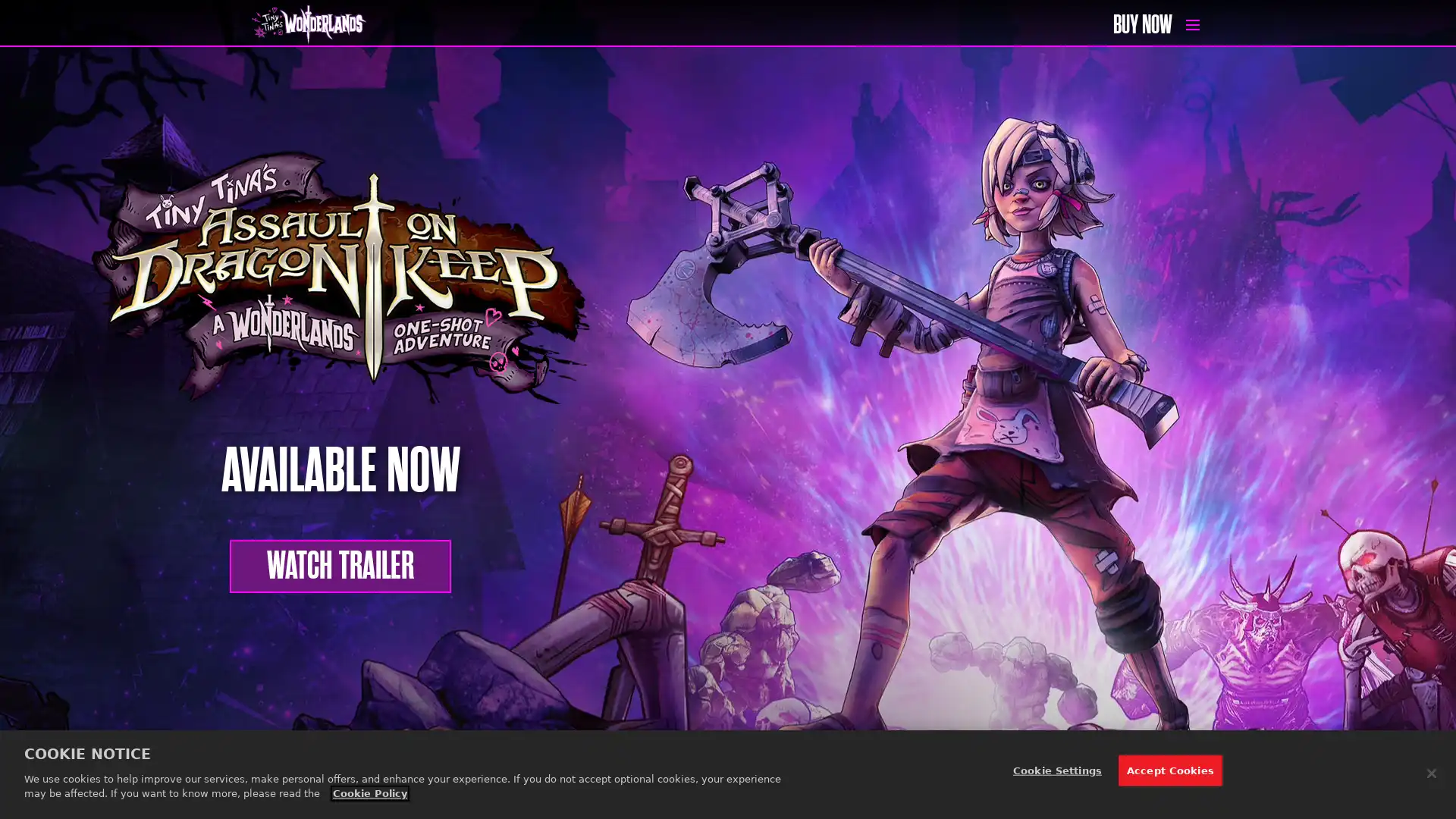 This screenshot has width=1456, height=819. What do you see at coordinates (1430, 772) in the screenshot?
I see `Close` at bounding box center [1430, 772].